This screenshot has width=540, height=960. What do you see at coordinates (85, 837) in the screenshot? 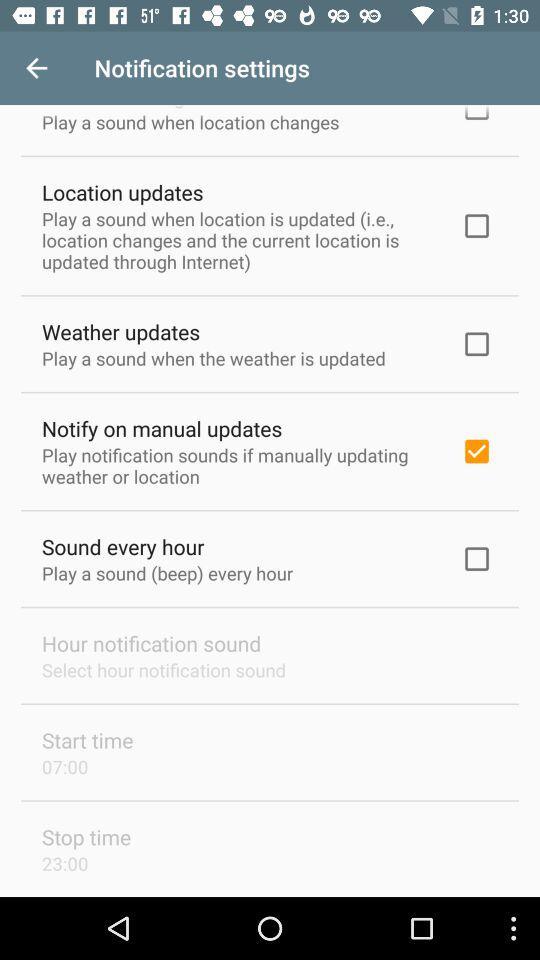
I see `the stop time item` at bounding box center [85, 837].